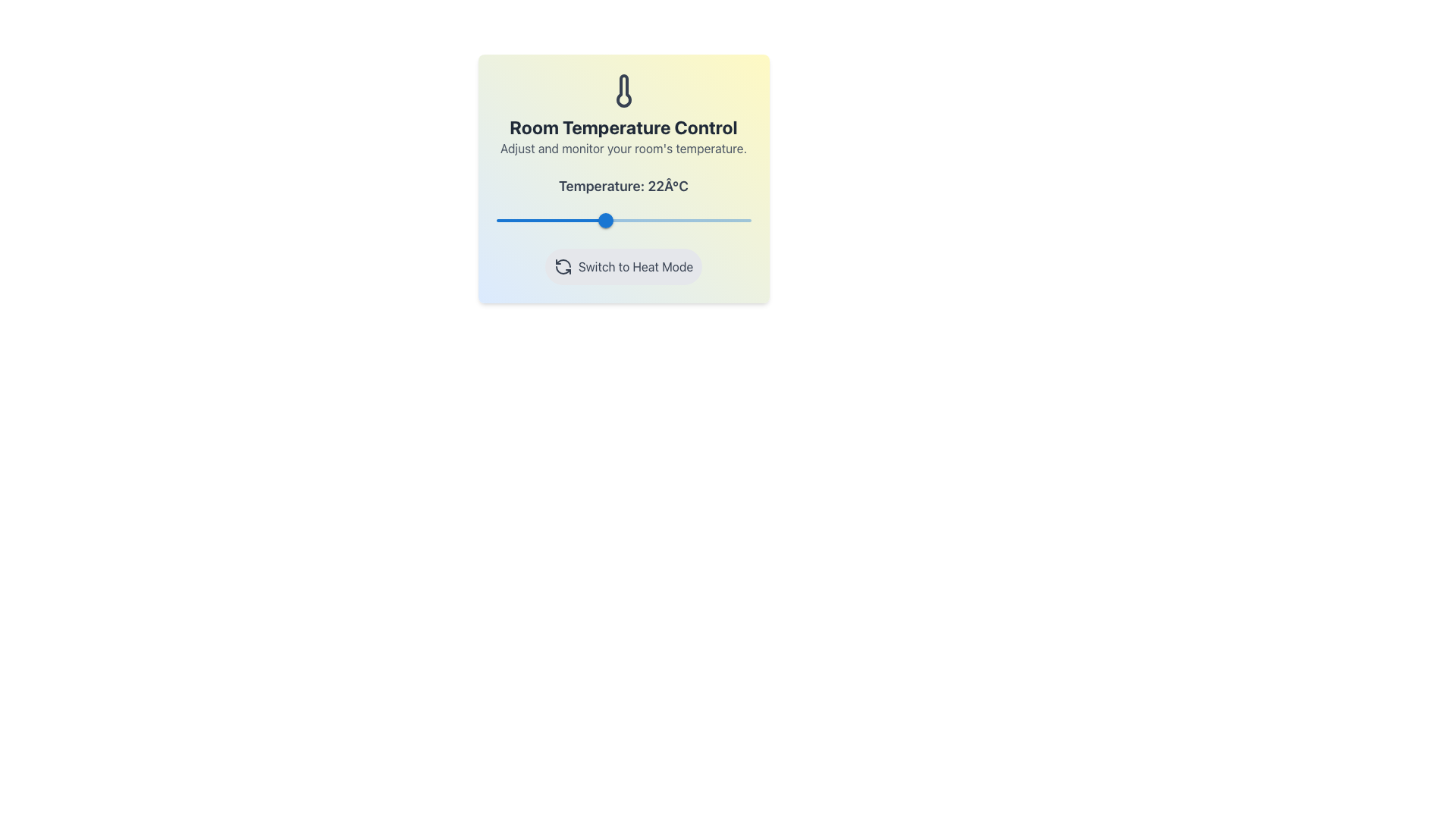  Describe the element at coordinates (572, 220) in the screenshot. I see `the temperature` at that location.